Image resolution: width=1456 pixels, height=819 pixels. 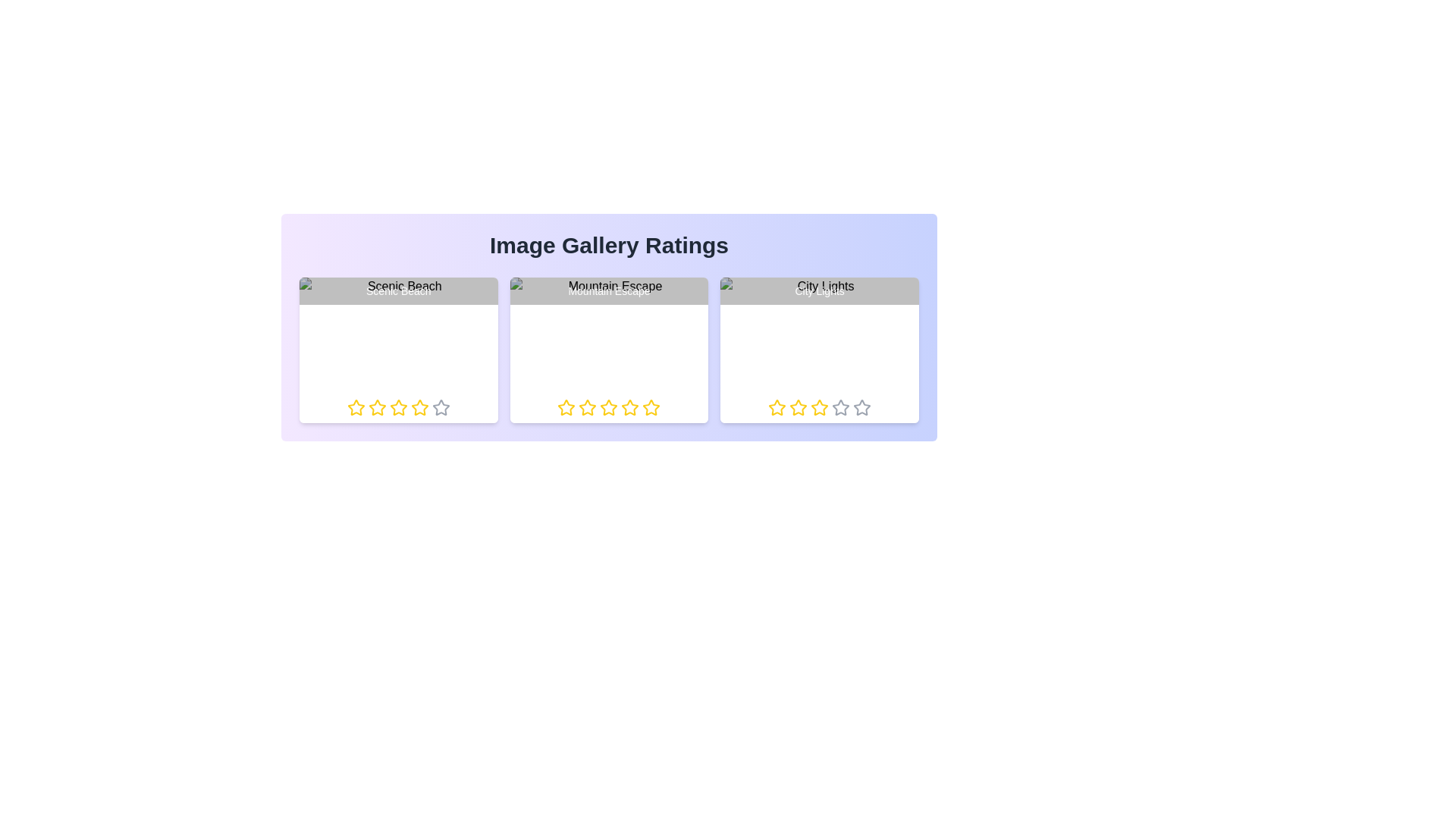 What do you see at coordinates (355, 406) in the screenshot?
I see `the rating of an image to 1 stars by clicking on the respective star` at bounding box center [355, 406].